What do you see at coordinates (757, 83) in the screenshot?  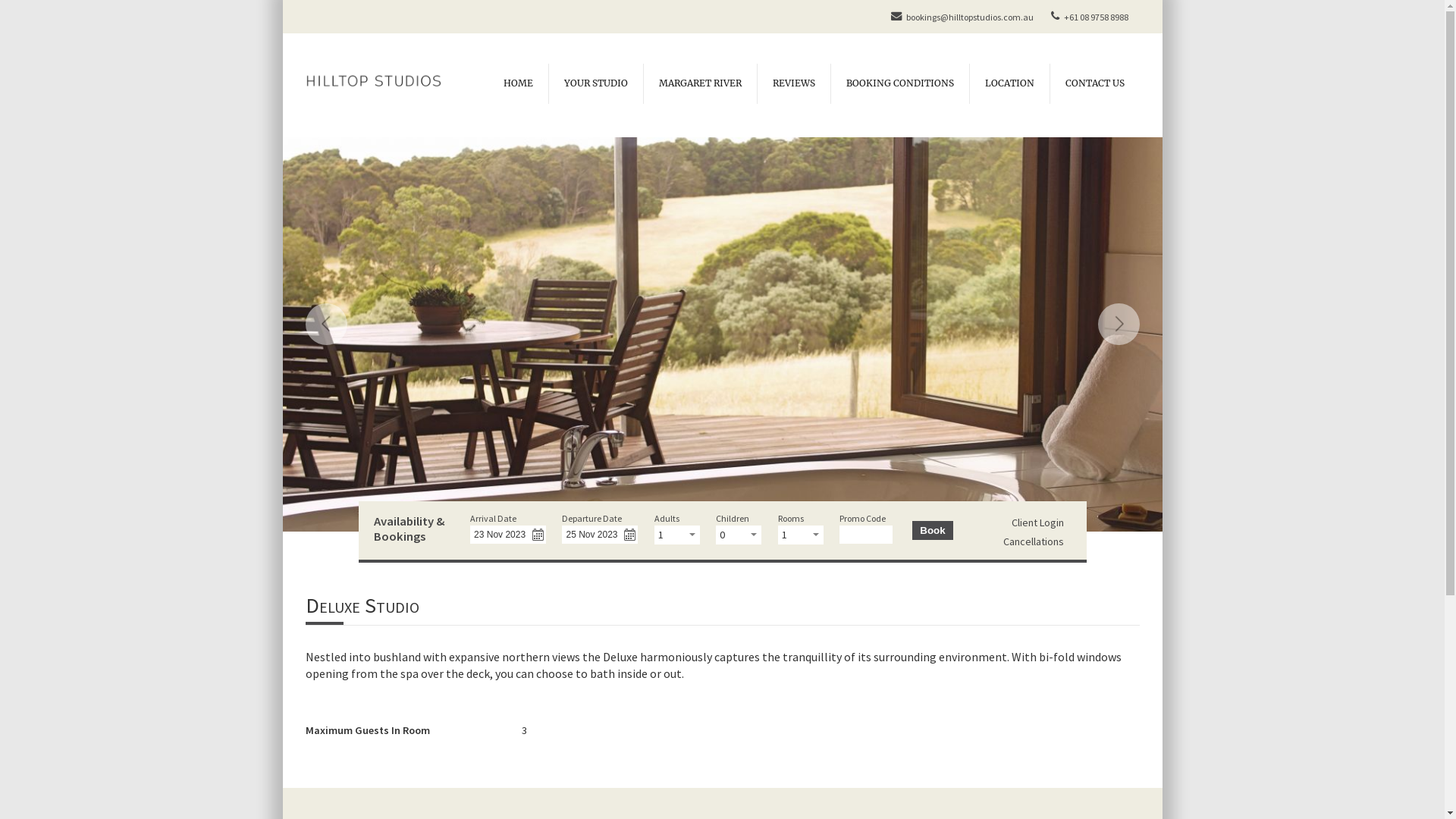 I see `'REVIEWS'` at bounding box center [757, 83].